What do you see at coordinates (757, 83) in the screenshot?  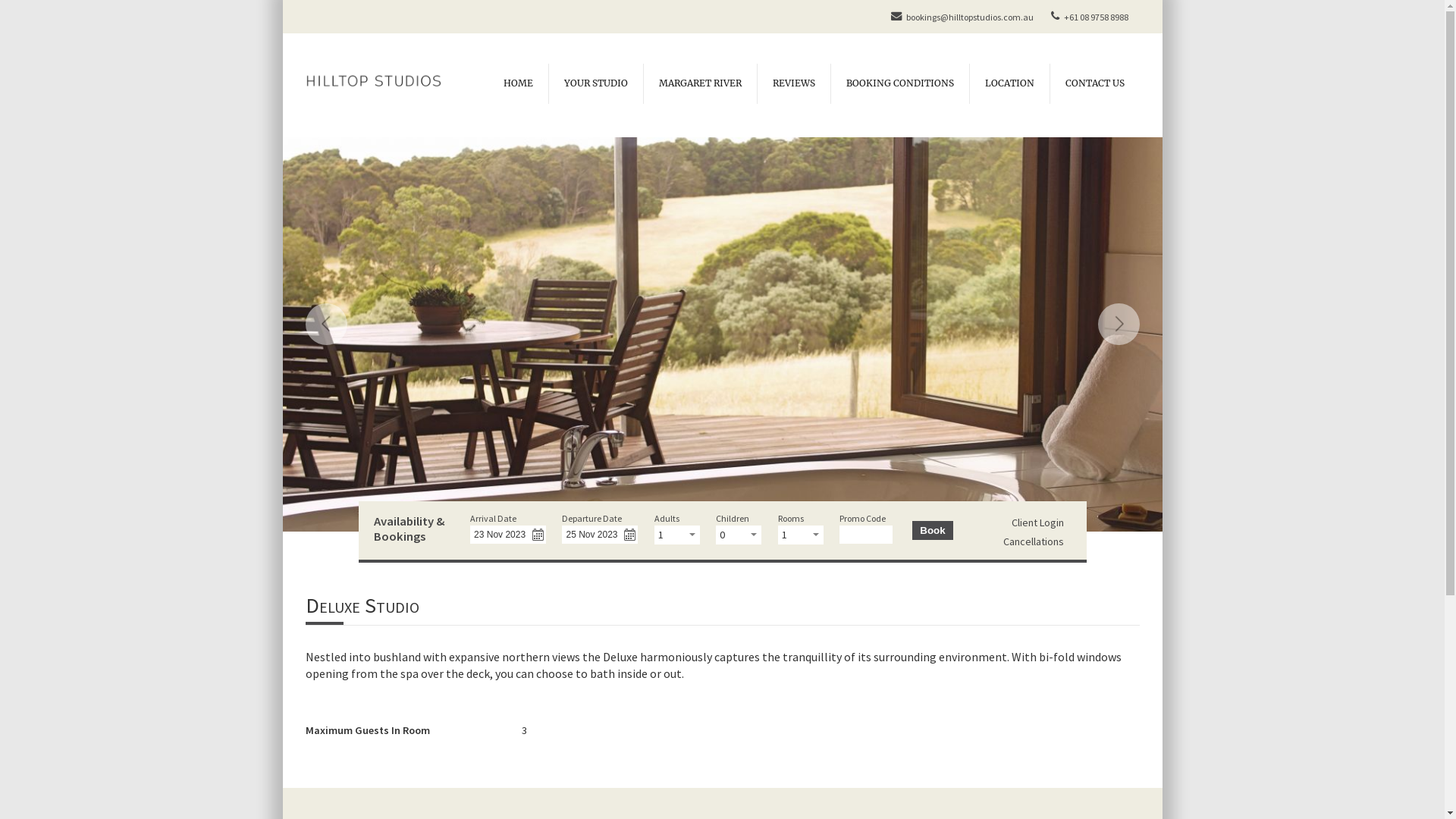 I see `'REVIEWS'` at bounding box center [757, 83].